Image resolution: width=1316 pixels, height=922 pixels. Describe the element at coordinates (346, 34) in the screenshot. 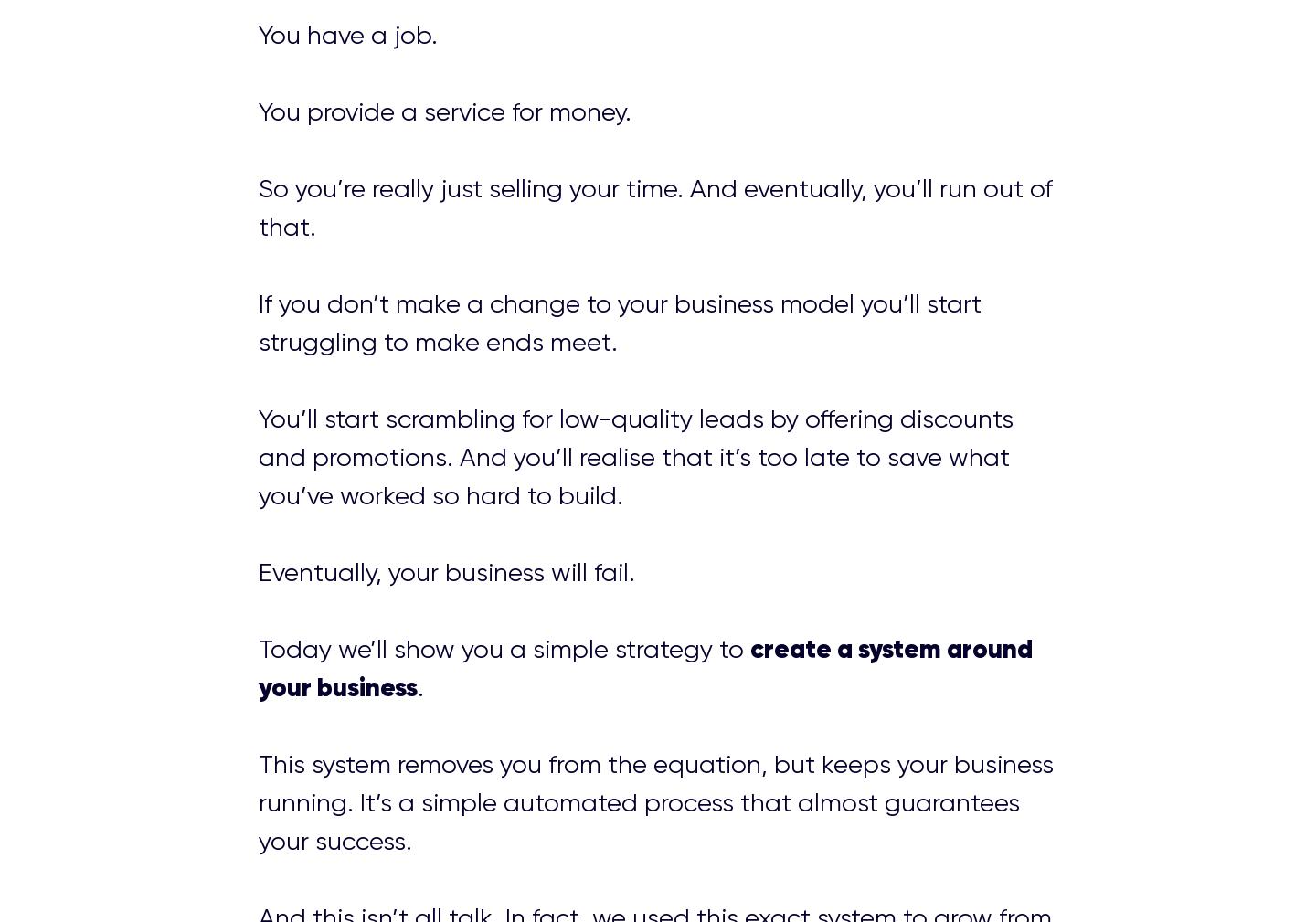

I see `'You have a job.'` at that location.